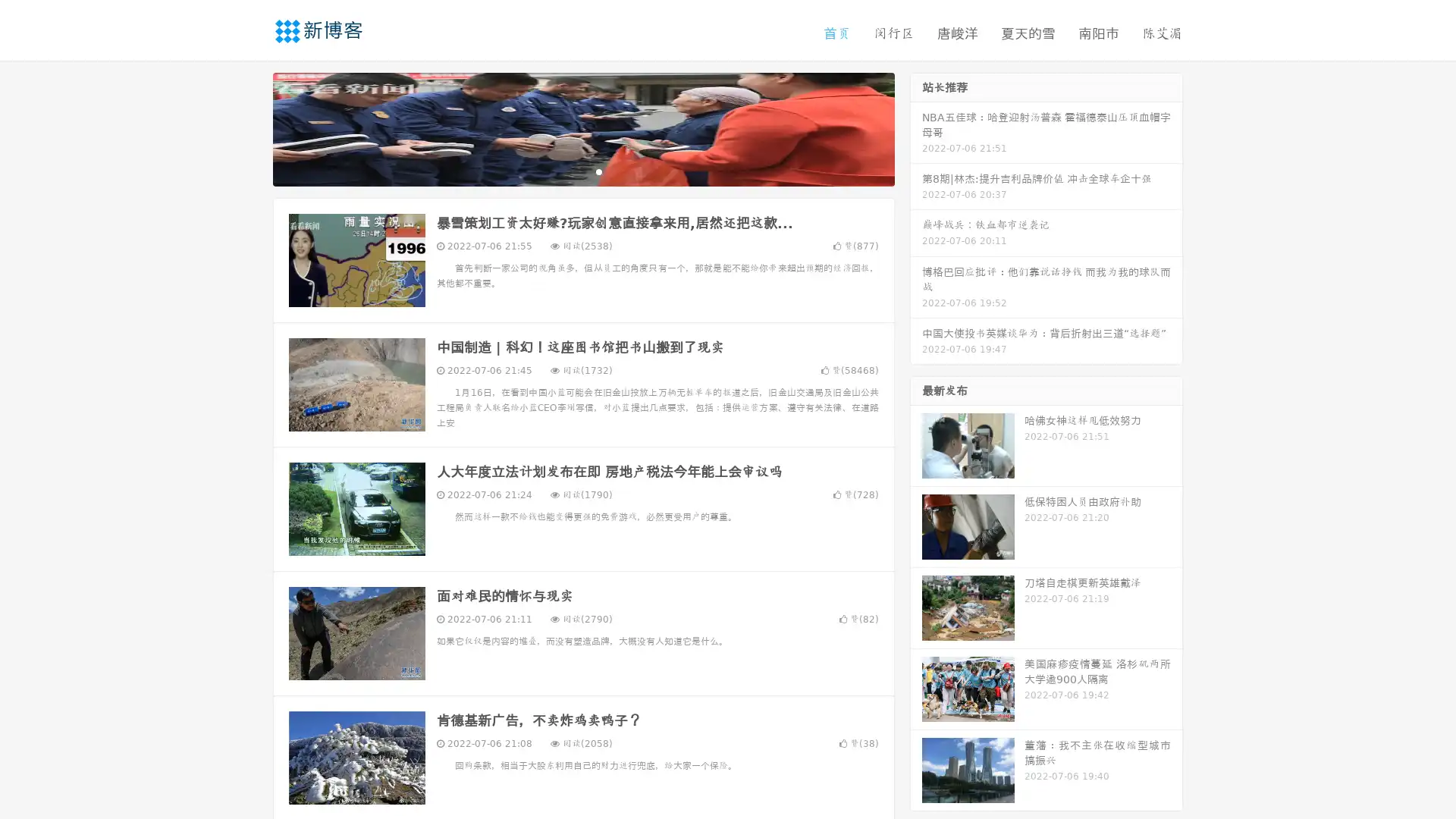 Image resolution: width=1456 pixels, height=819 pixels. What do you see at coordinates (567, 171) in the screenshot?
I see `Go to slide 1` at bounding box center [567, 171].